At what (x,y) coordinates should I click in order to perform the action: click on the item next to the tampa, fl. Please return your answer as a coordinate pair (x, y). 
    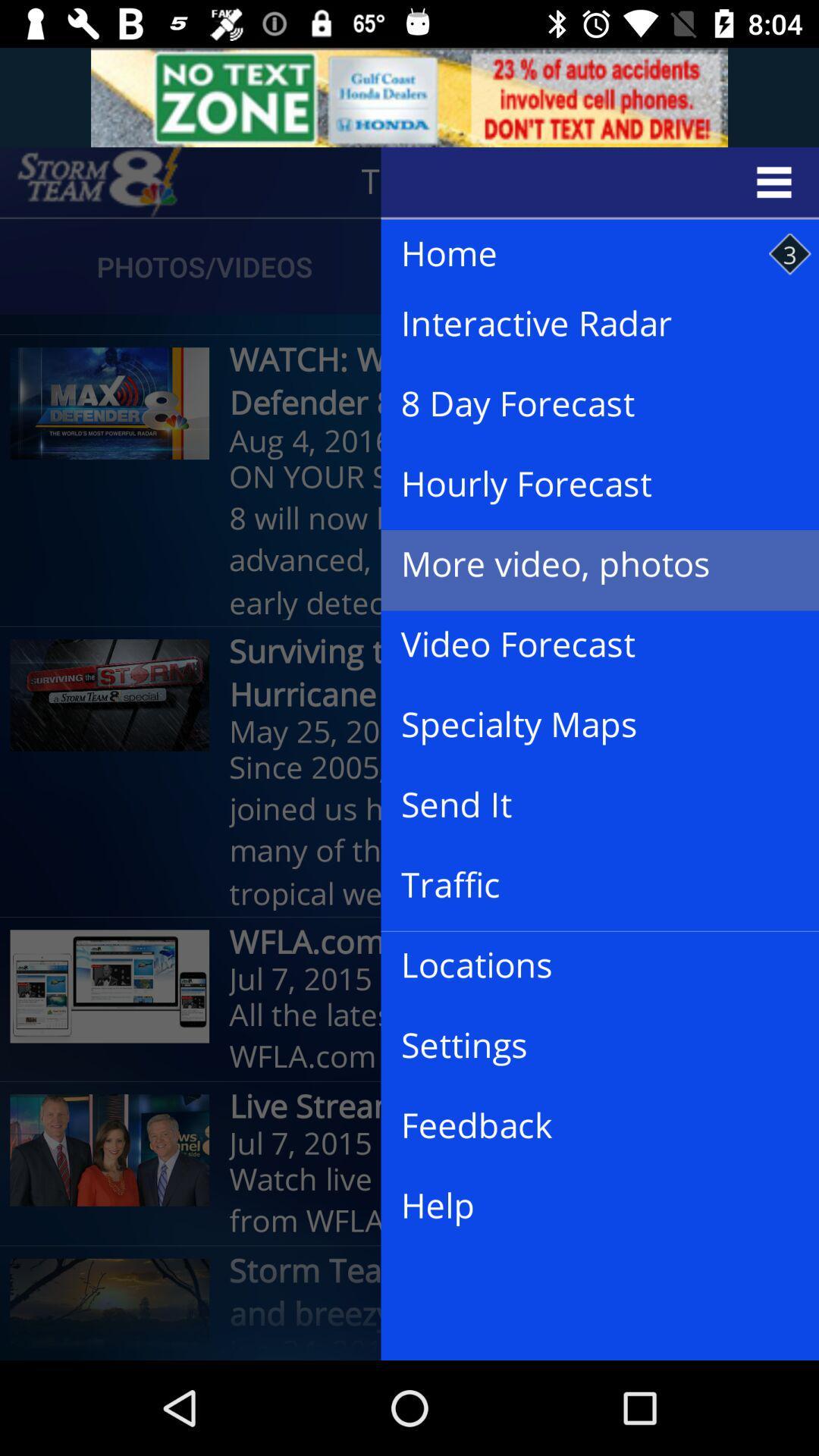
    Looking at the image, I should click on (99, 182).